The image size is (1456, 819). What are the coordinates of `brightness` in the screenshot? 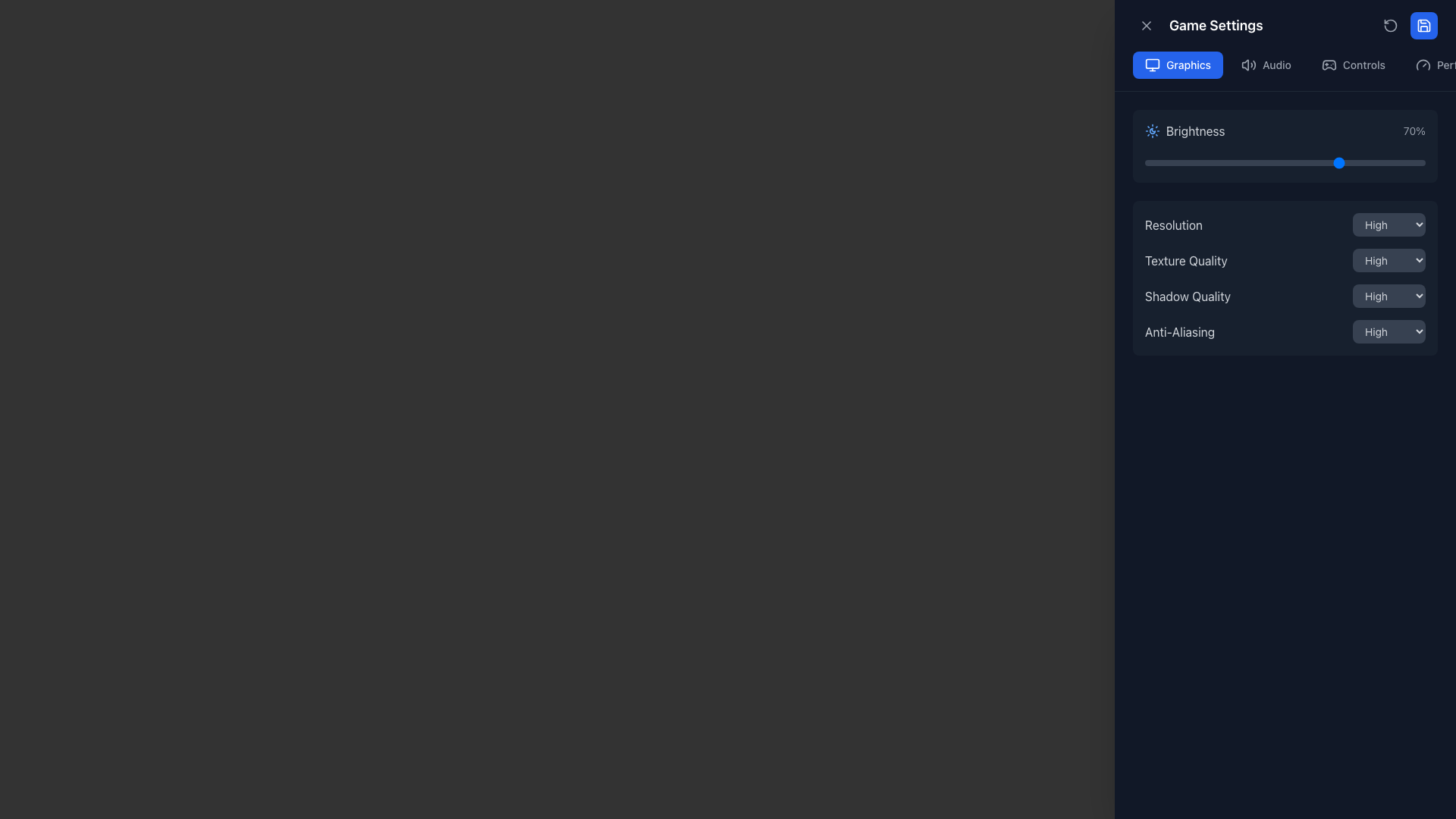 It's located at (1155, 163).